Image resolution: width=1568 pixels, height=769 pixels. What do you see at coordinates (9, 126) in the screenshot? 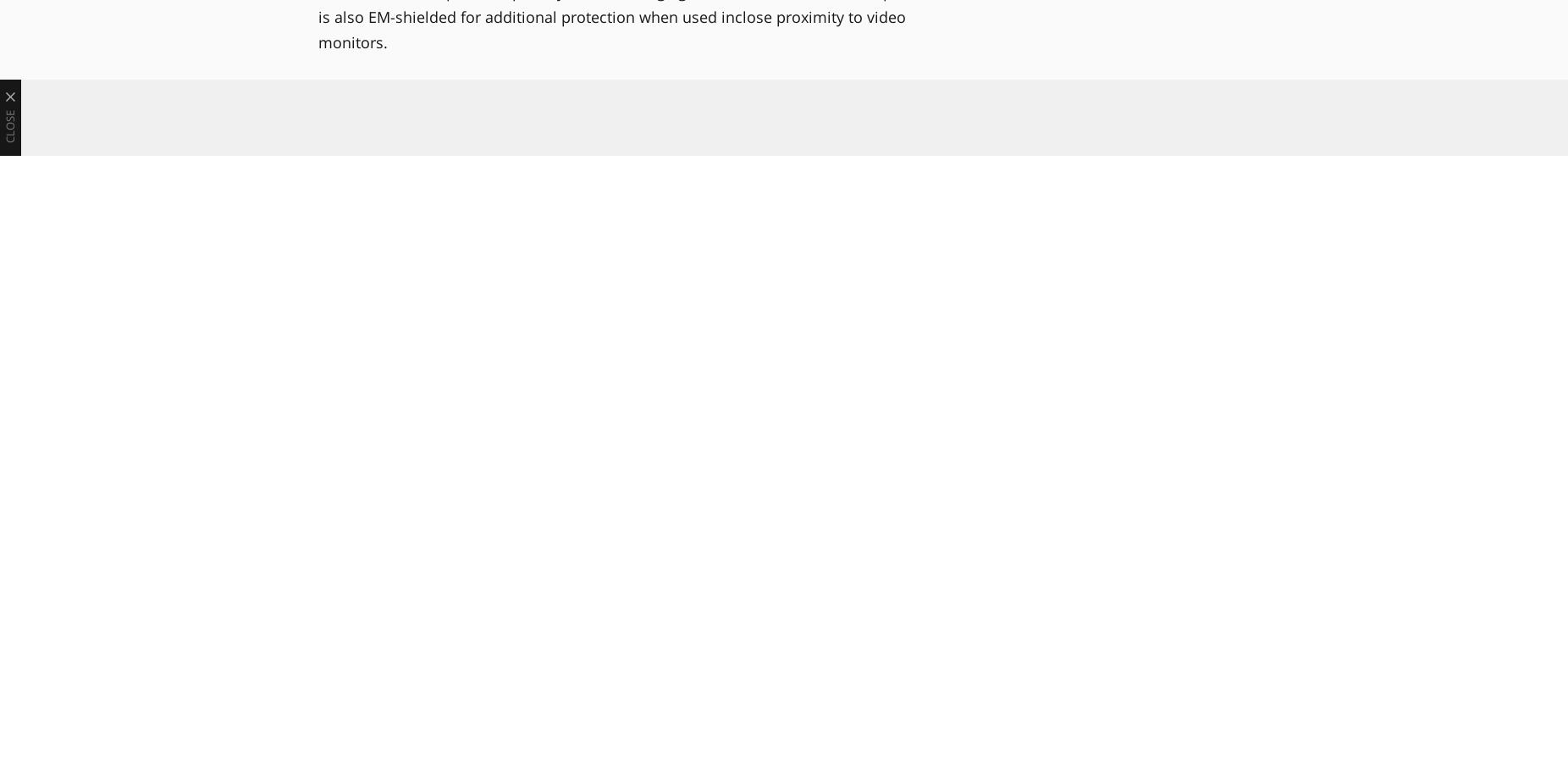
I see `'Close'` at bounding box center [9, 126].